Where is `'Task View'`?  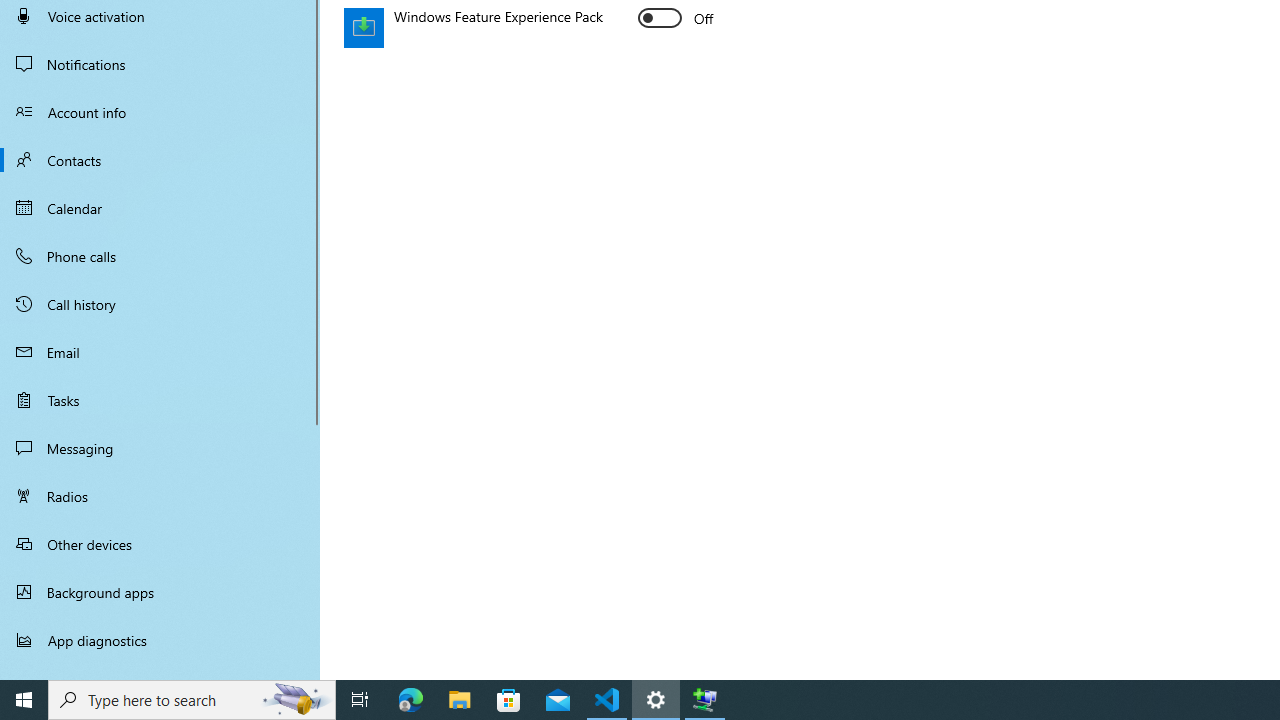 'Task View' is located at coordinates (359, 698).